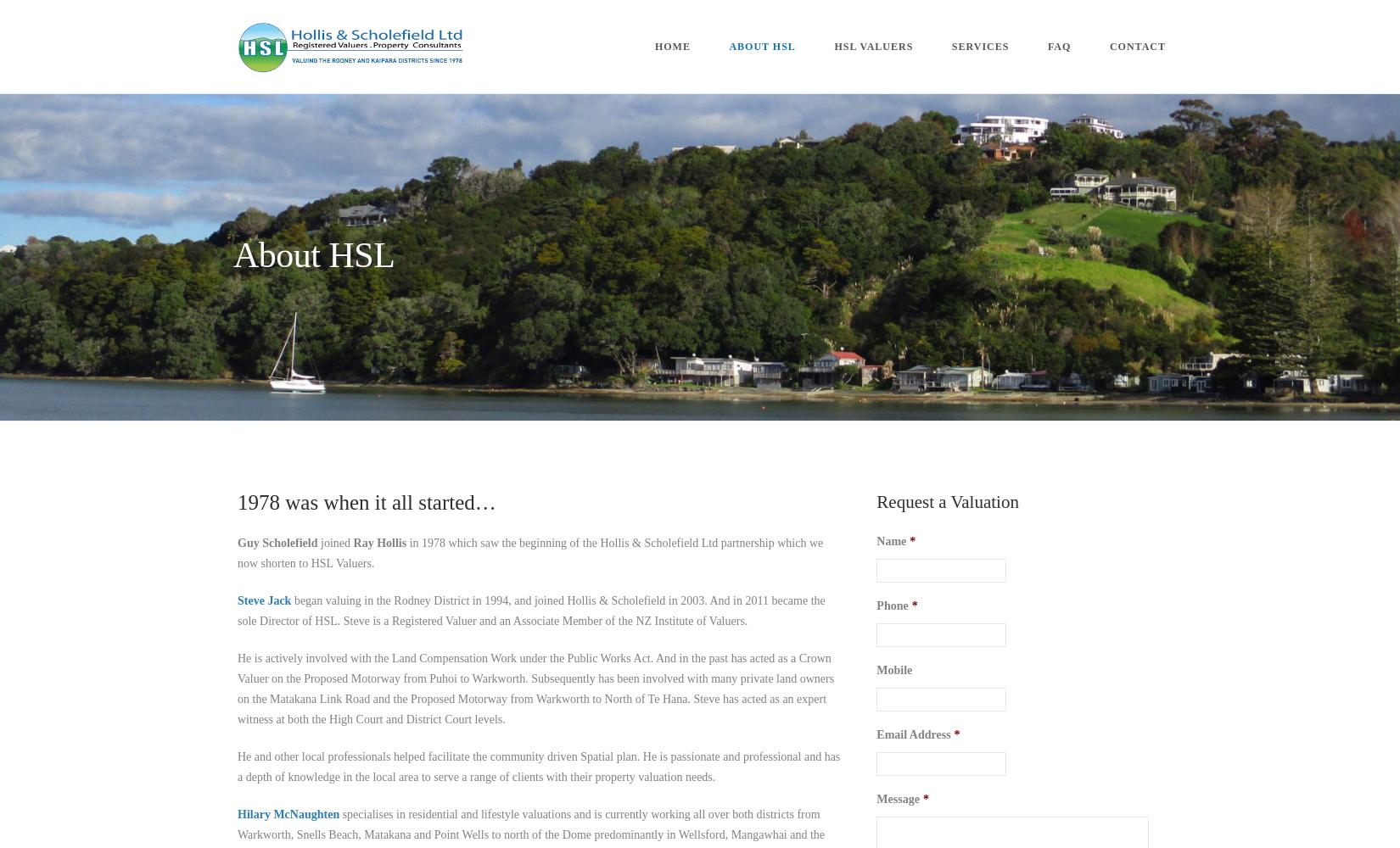  What do you see at coordinates (873, 47) in the screenshot?
I see `'HSL Valuers'` at bounding box center [873, 47].